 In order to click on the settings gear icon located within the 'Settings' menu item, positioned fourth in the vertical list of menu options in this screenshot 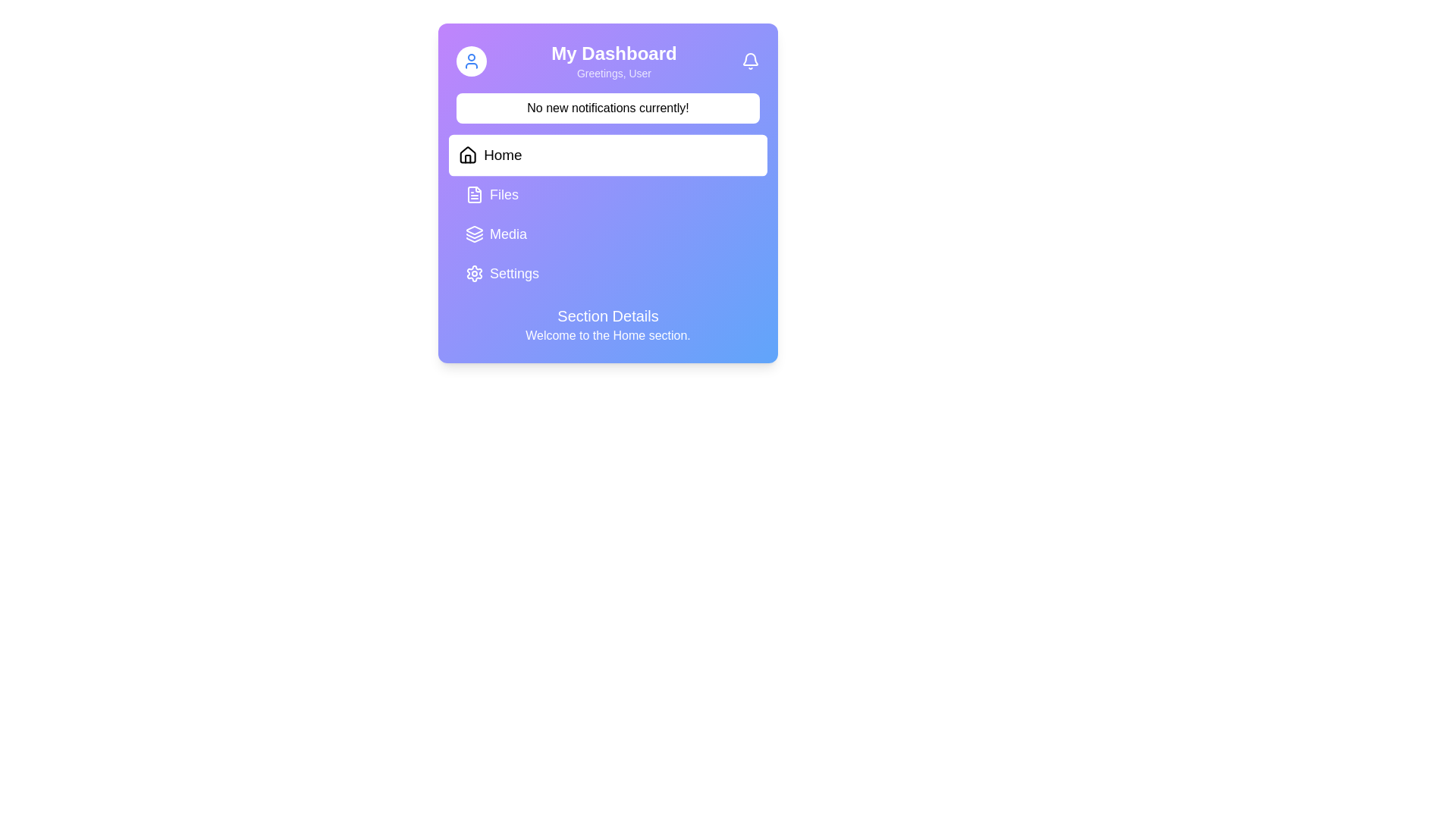, I will do `click(473, 274)`.